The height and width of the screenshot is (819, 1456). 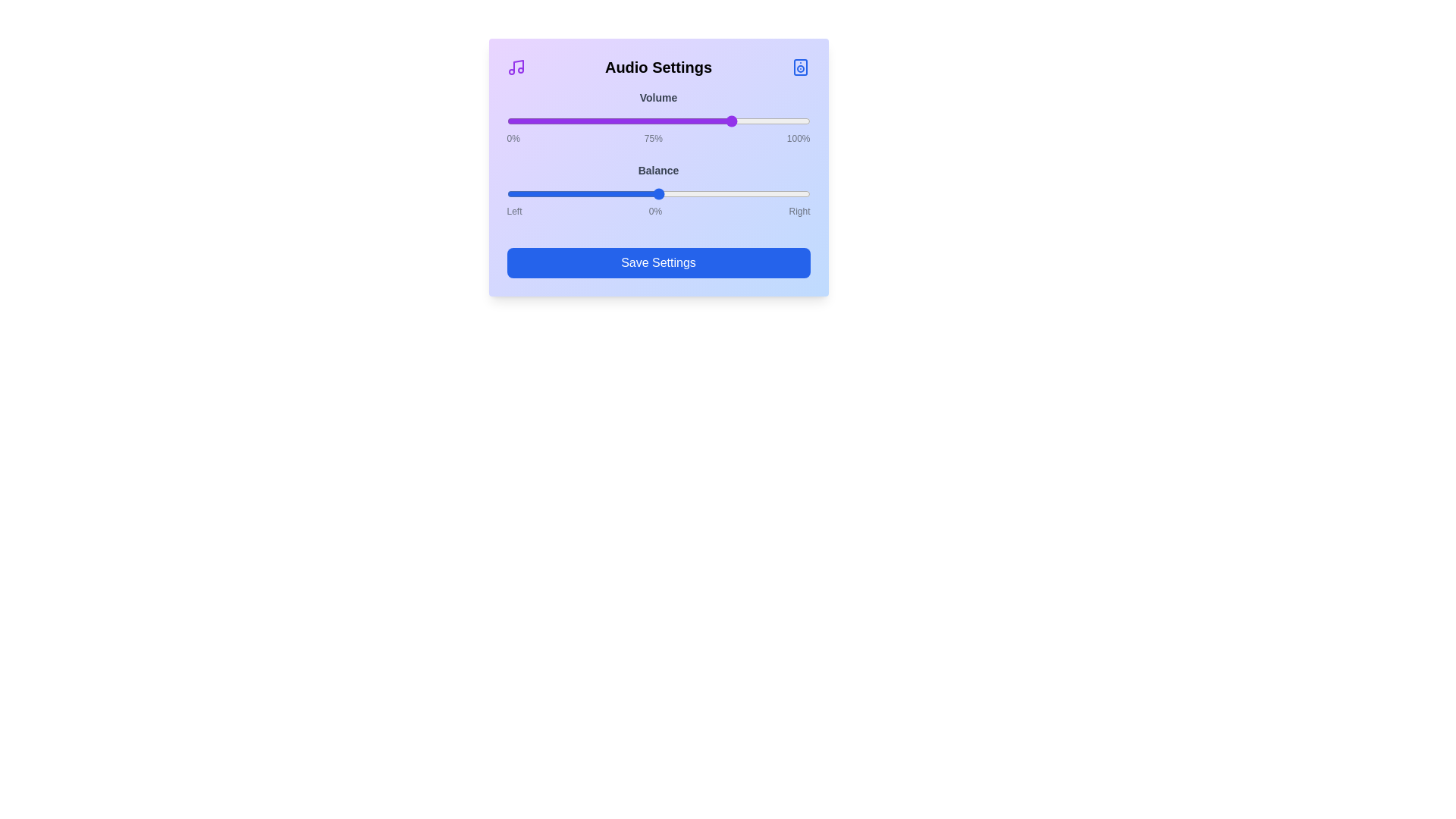 What do you see at coordinates (585, 120) in the screenshot?
I see `the volume slider to 26%` at bounding box center [585, 120].